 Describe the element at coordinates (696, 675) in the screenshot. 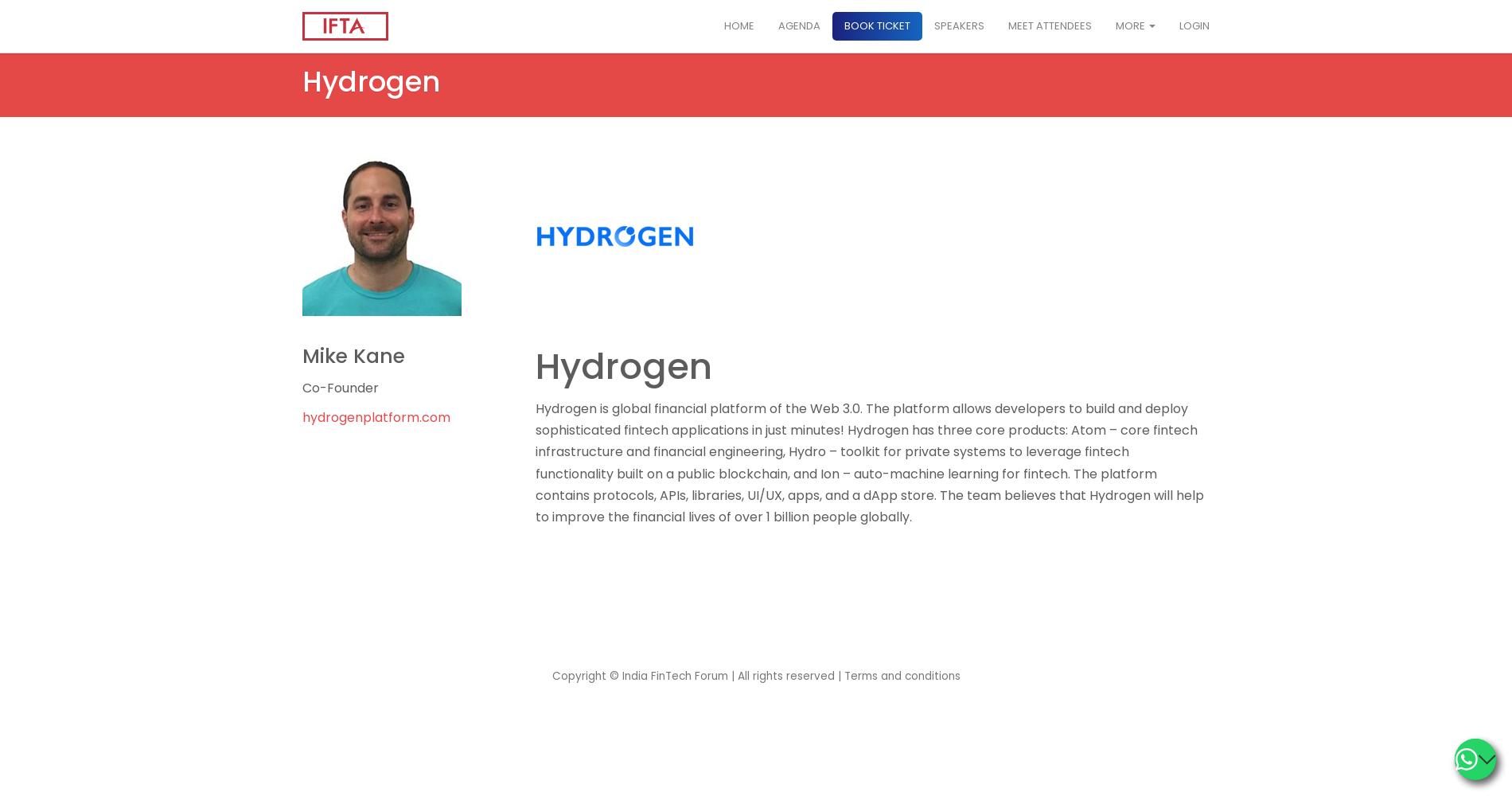

I see `'Copyright © India FinTech Forum | All rights reserved |'` at that location.